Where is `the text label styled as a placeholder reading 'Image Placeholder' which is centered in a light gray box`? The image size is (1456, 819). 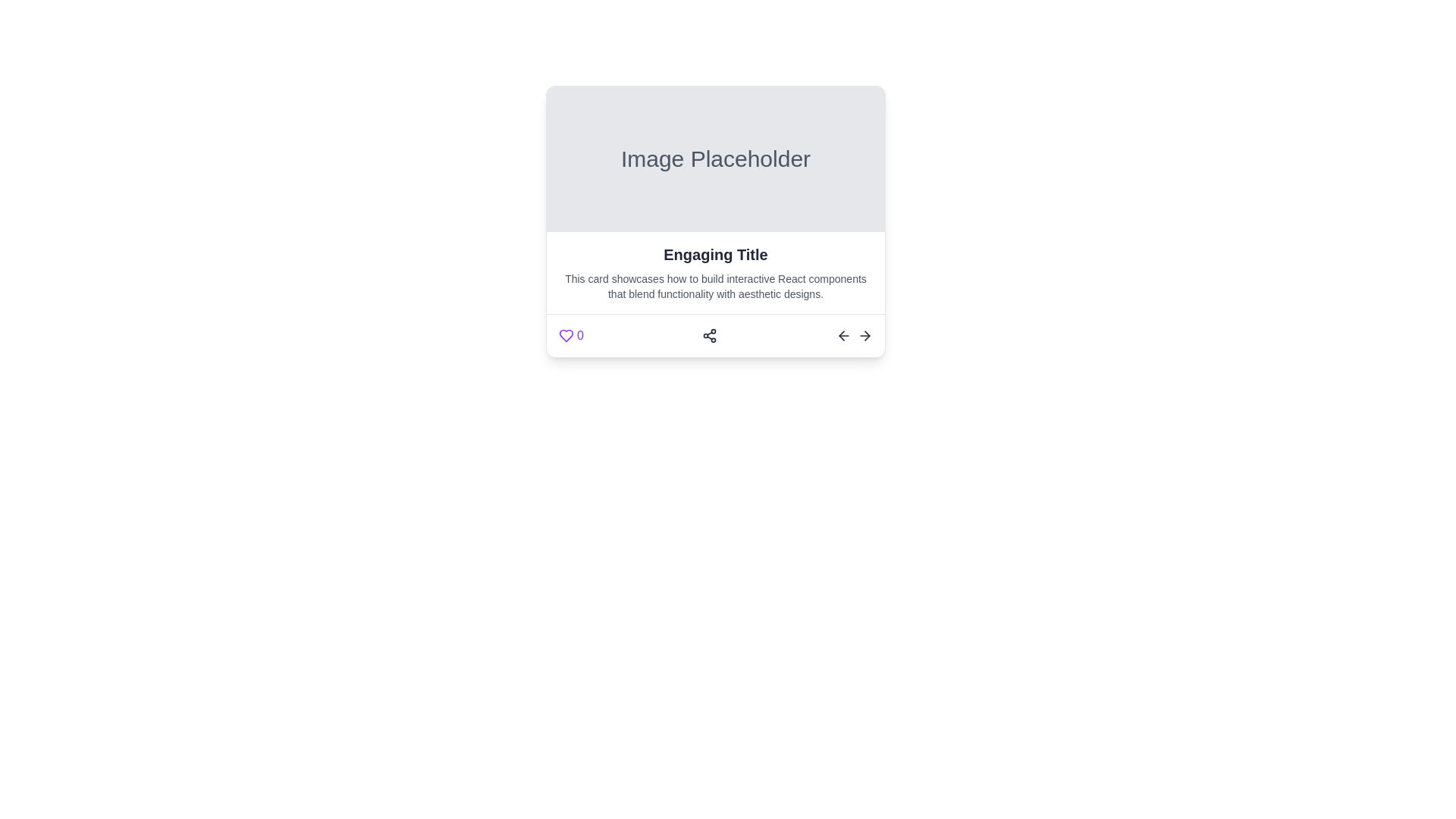 the text label styled as a placeholder reading 'Image Placeholder' which is centered in a light gray box is located at coordinates (715, 158).